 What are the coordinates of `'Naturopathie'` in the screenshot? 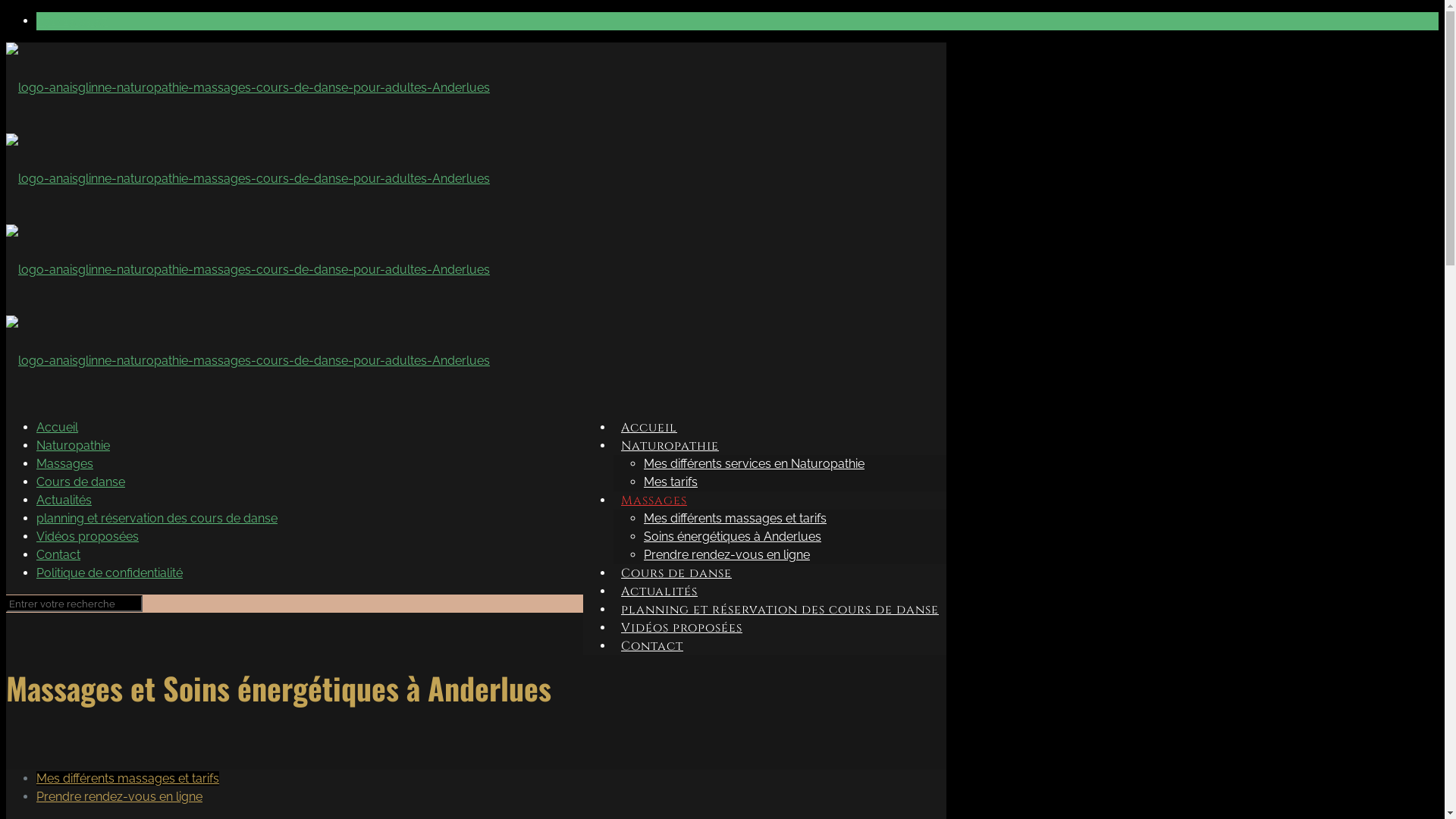 It's located at (669, 444).